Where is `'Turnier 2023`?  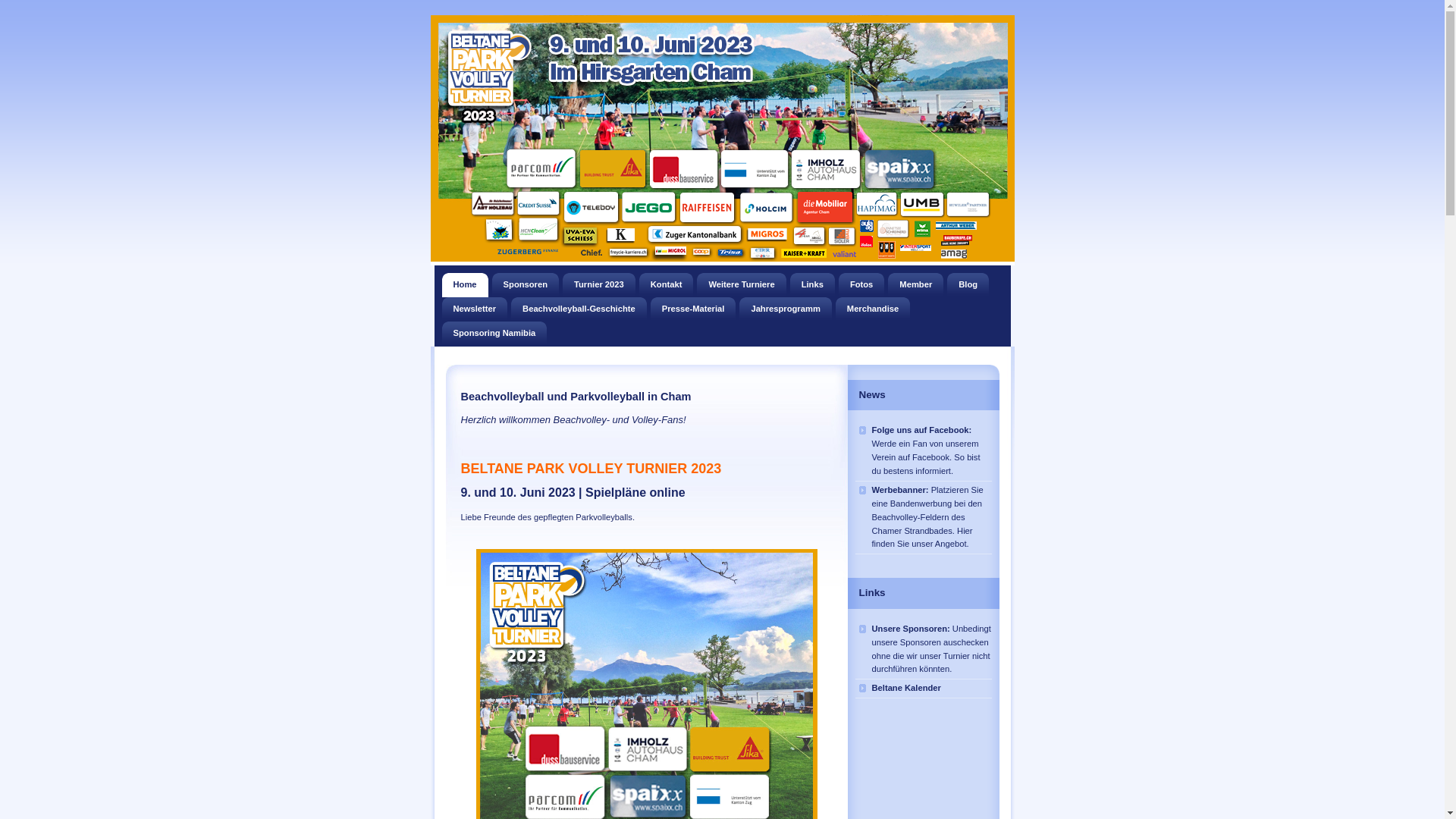 'Turnier 2023 is located at coordinates (562, 284).